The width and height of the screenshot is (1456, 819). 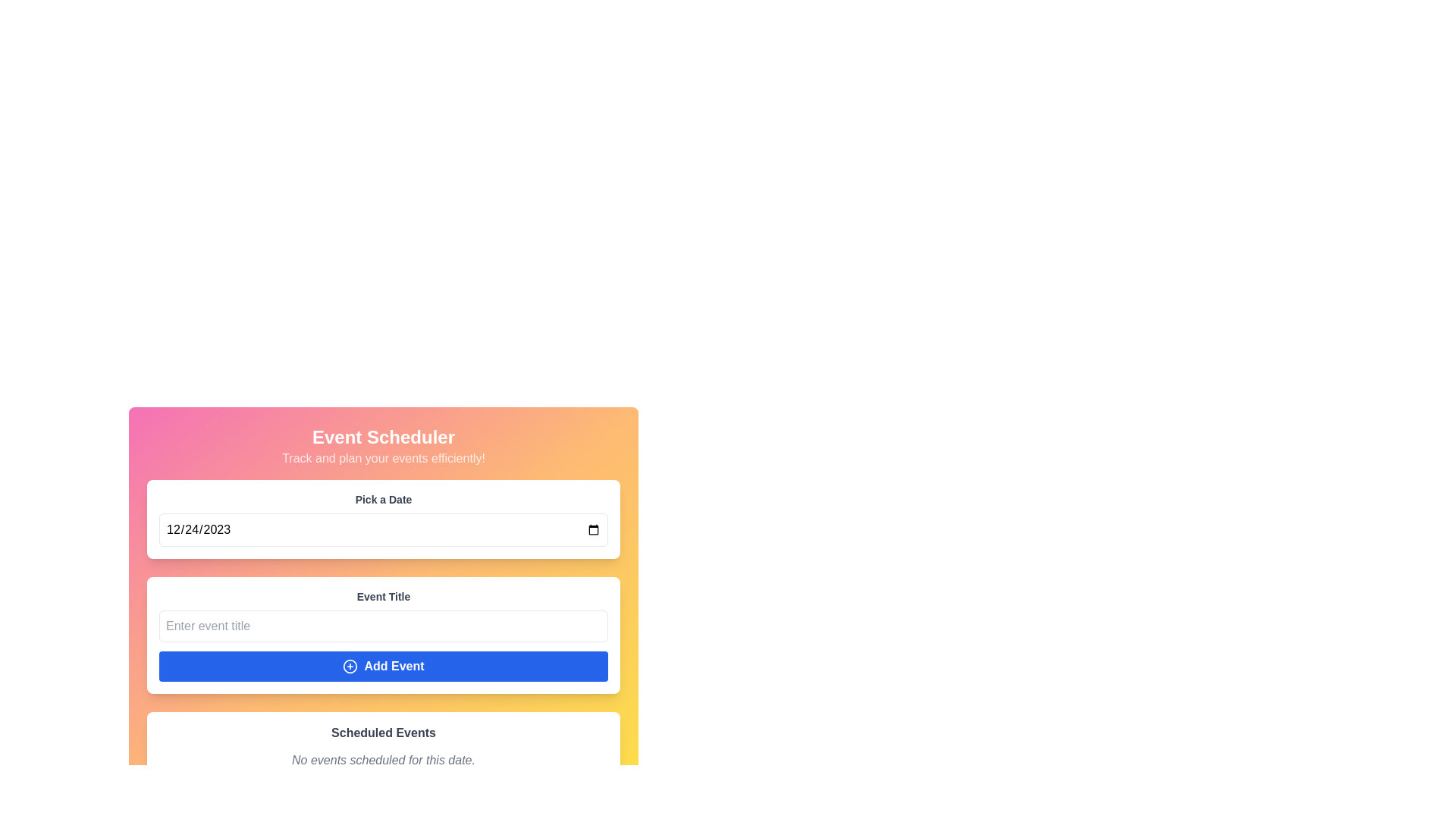 What do you see at coordinates (383, 666) in the screenshot?
I see `the blue button labeled 'Add Event' with a bold font and a plus icon` at bounding box center [383, 666].